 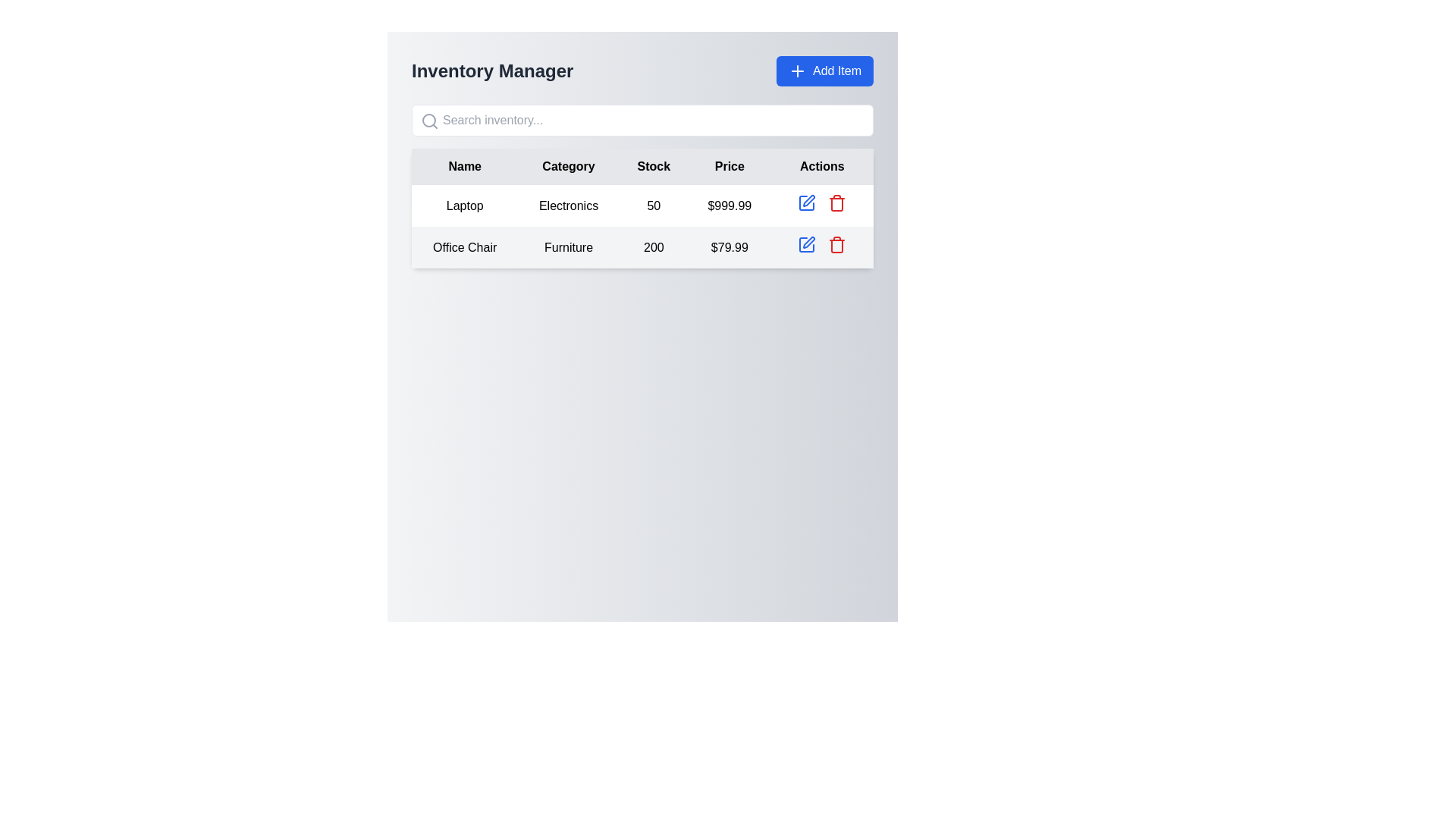 What do you see at coordinates (730, 206) in the screenshot?
I see `the static text displaying the price information for the inventory item 'Laptop', located in the fourth column of the first row in the table under the 'Price' header` at bounding box center [730, 206].